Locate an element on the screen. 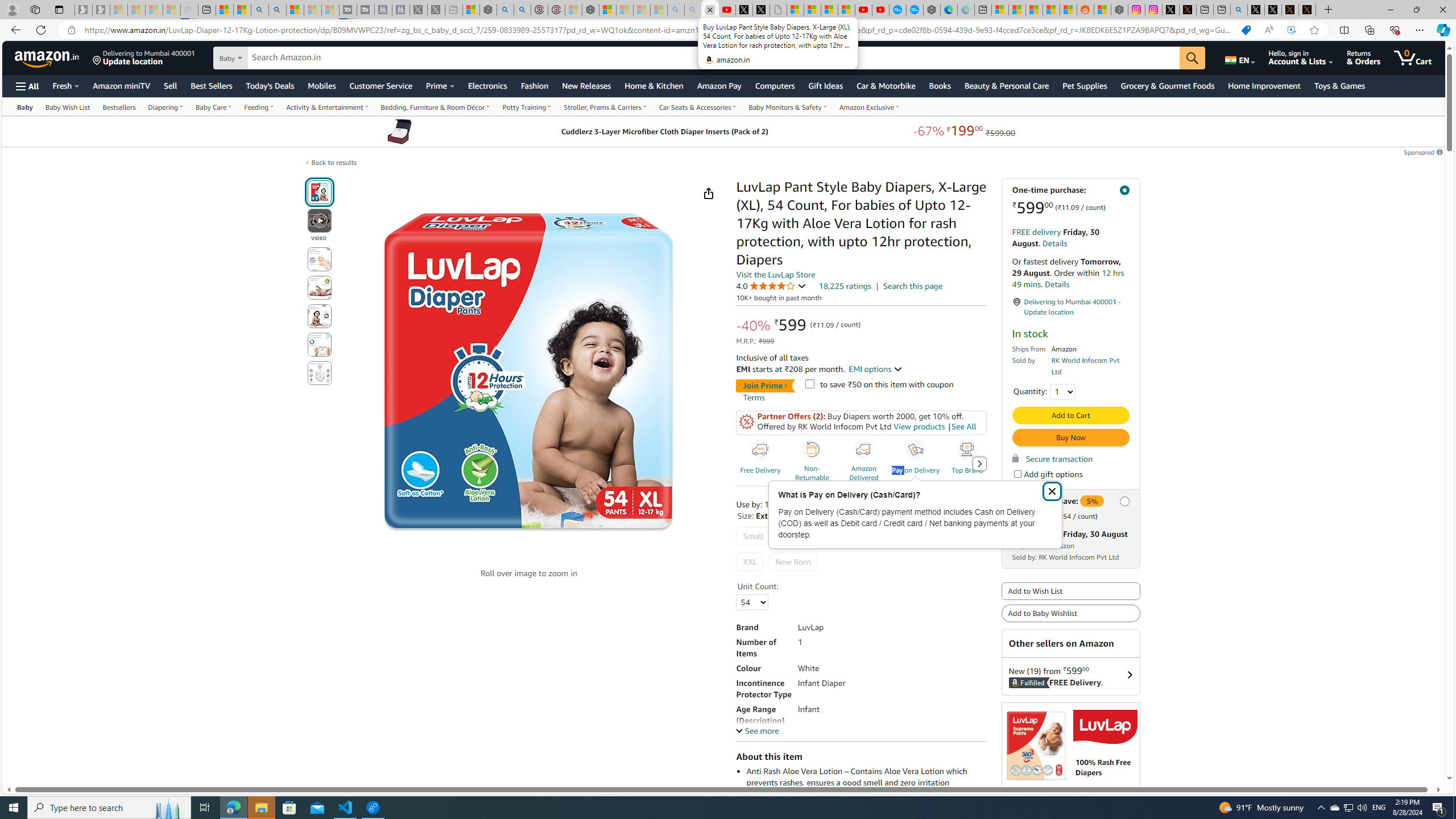  'Nordace - Nordace Siena Is Not An Ordinary Backpack' is located at coordinates (590, 9).